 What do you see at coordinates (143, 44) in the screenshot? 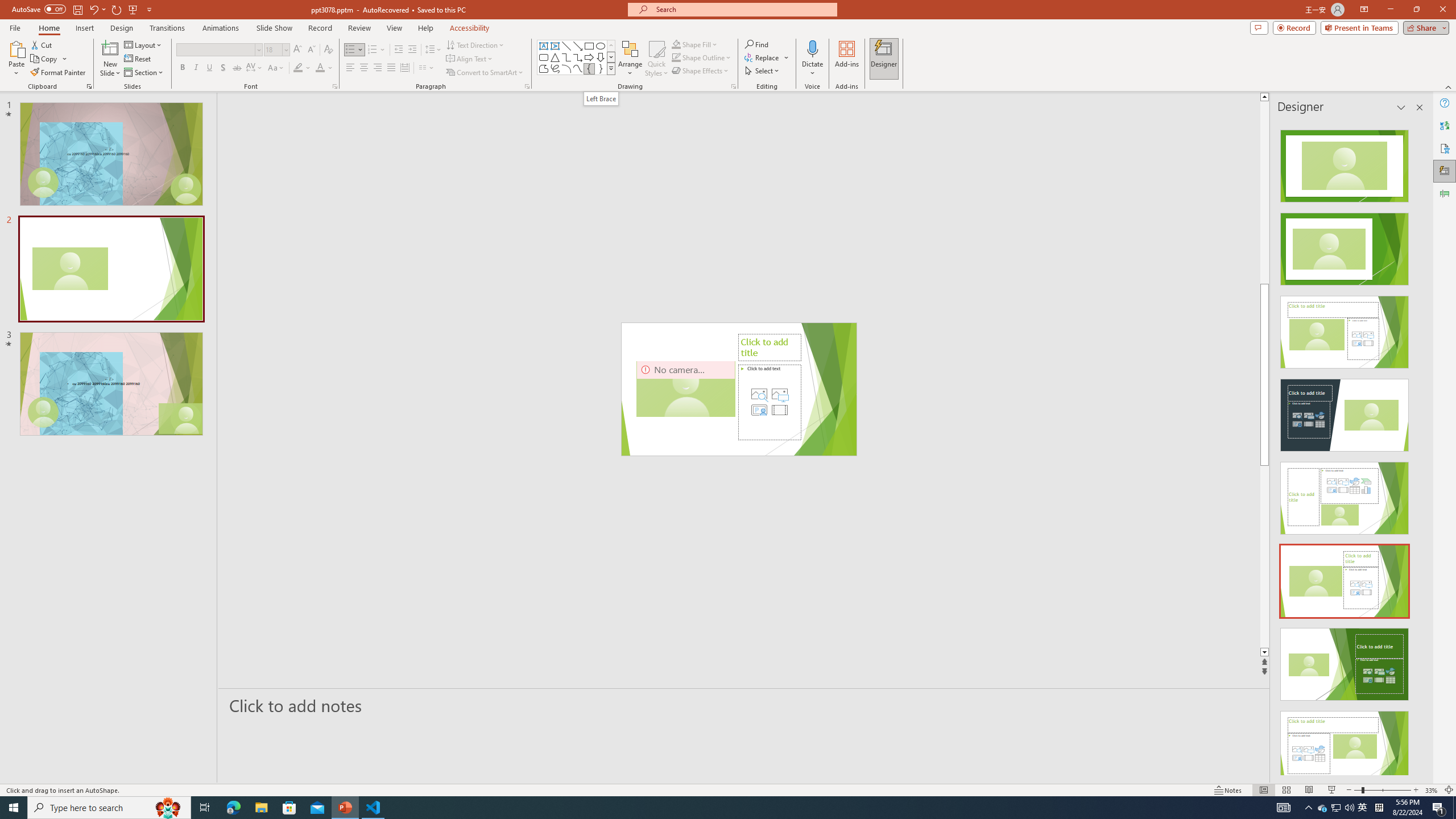
I see `'Layout'` at bounding box center [143, 44].